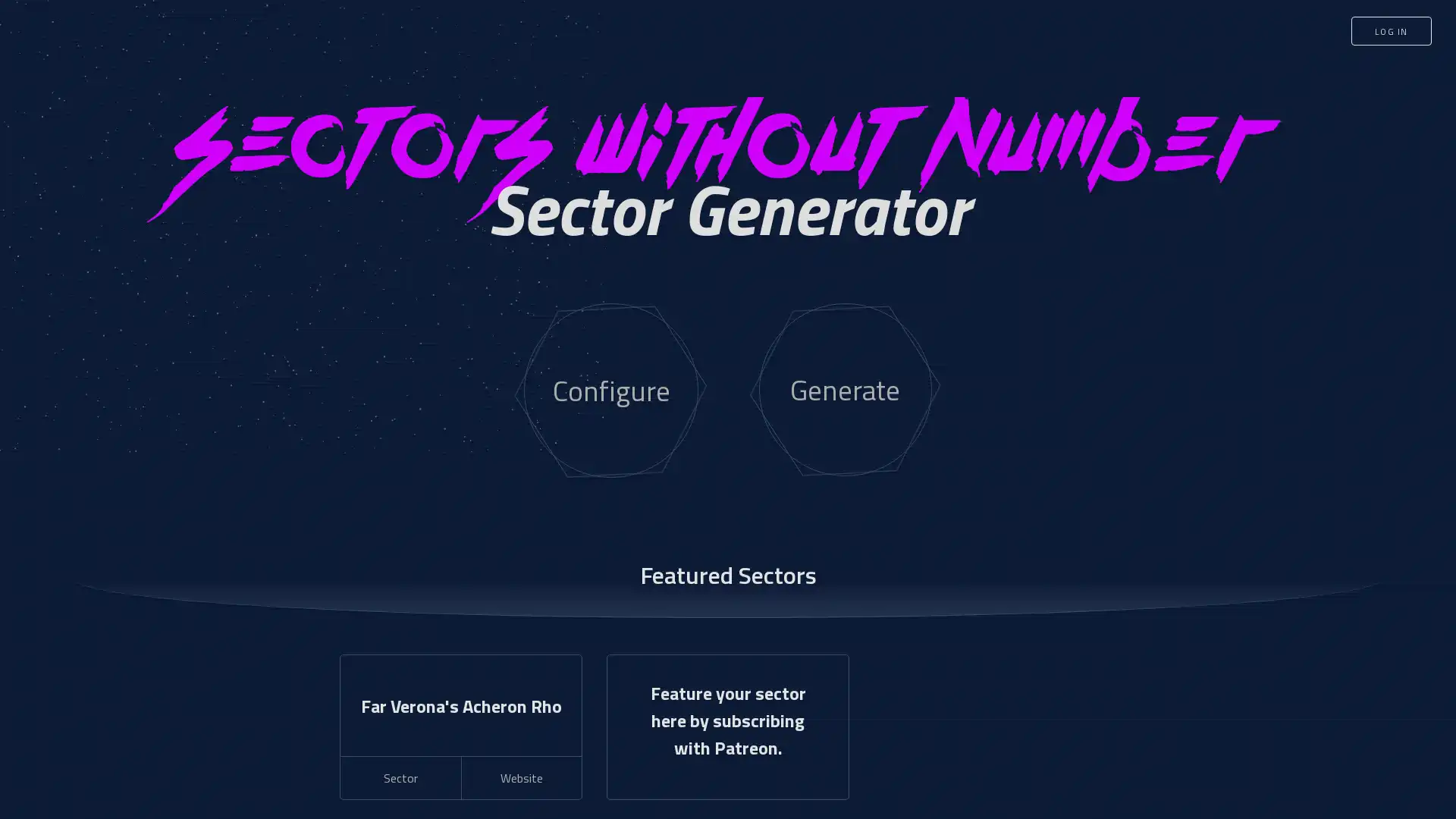  What do you see at coordinates (844, 388) in the screenshot?
I see `Generate` at bounding box center [844, 388].